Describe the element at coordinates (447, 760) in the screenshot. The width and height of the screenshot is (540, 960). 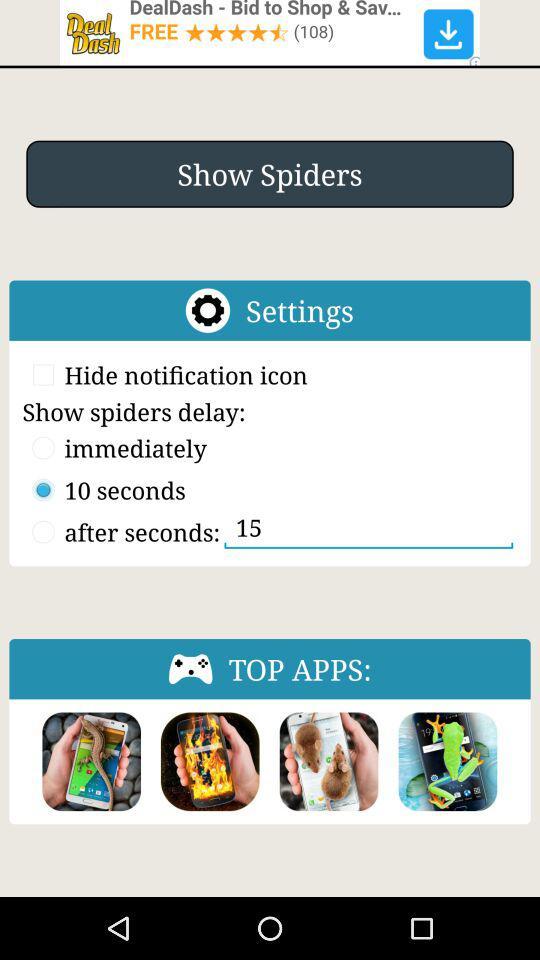
I see `game option` at that location.